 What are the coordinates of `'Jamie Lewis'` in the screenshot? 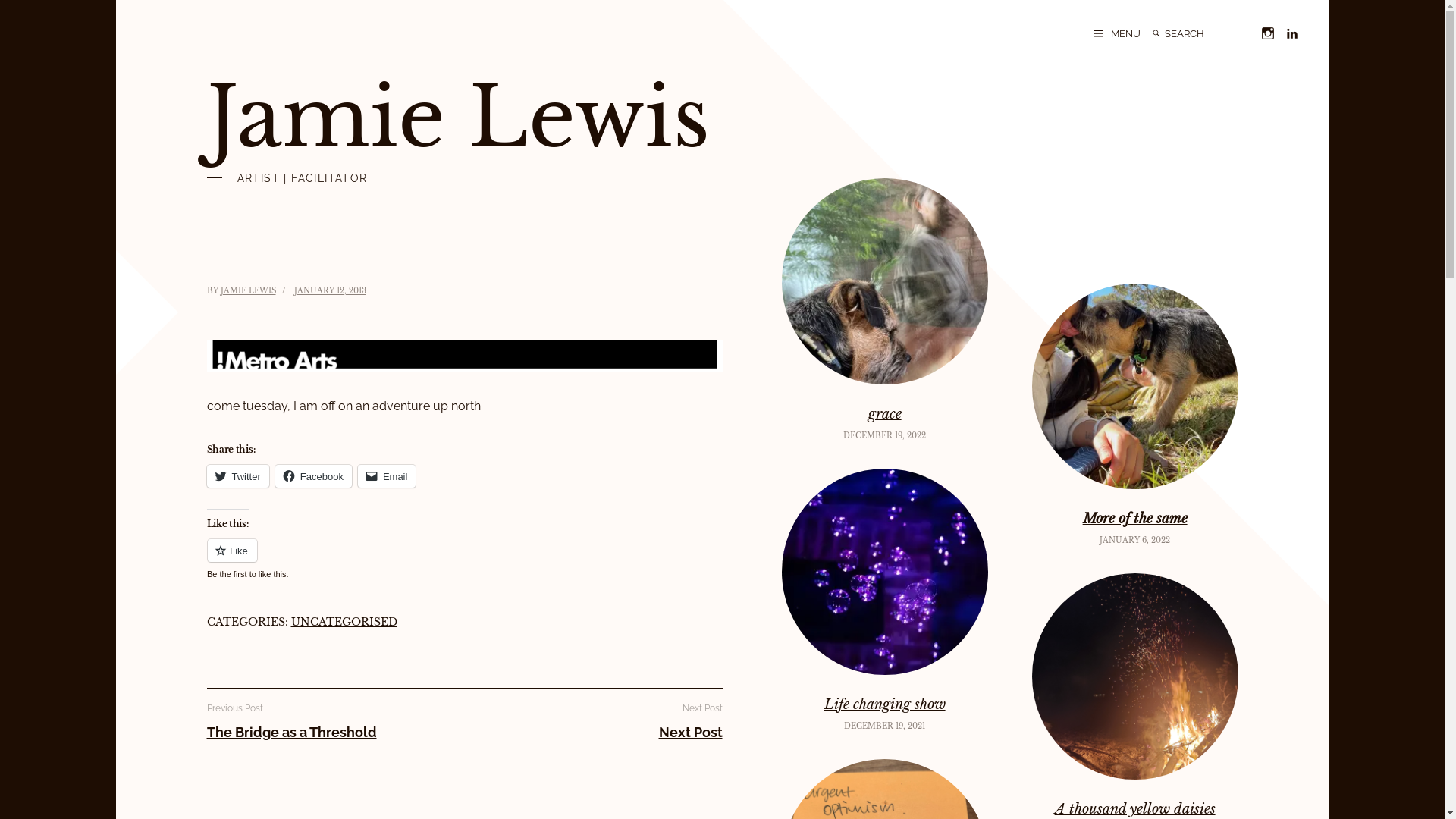 It's located at (457, 116).